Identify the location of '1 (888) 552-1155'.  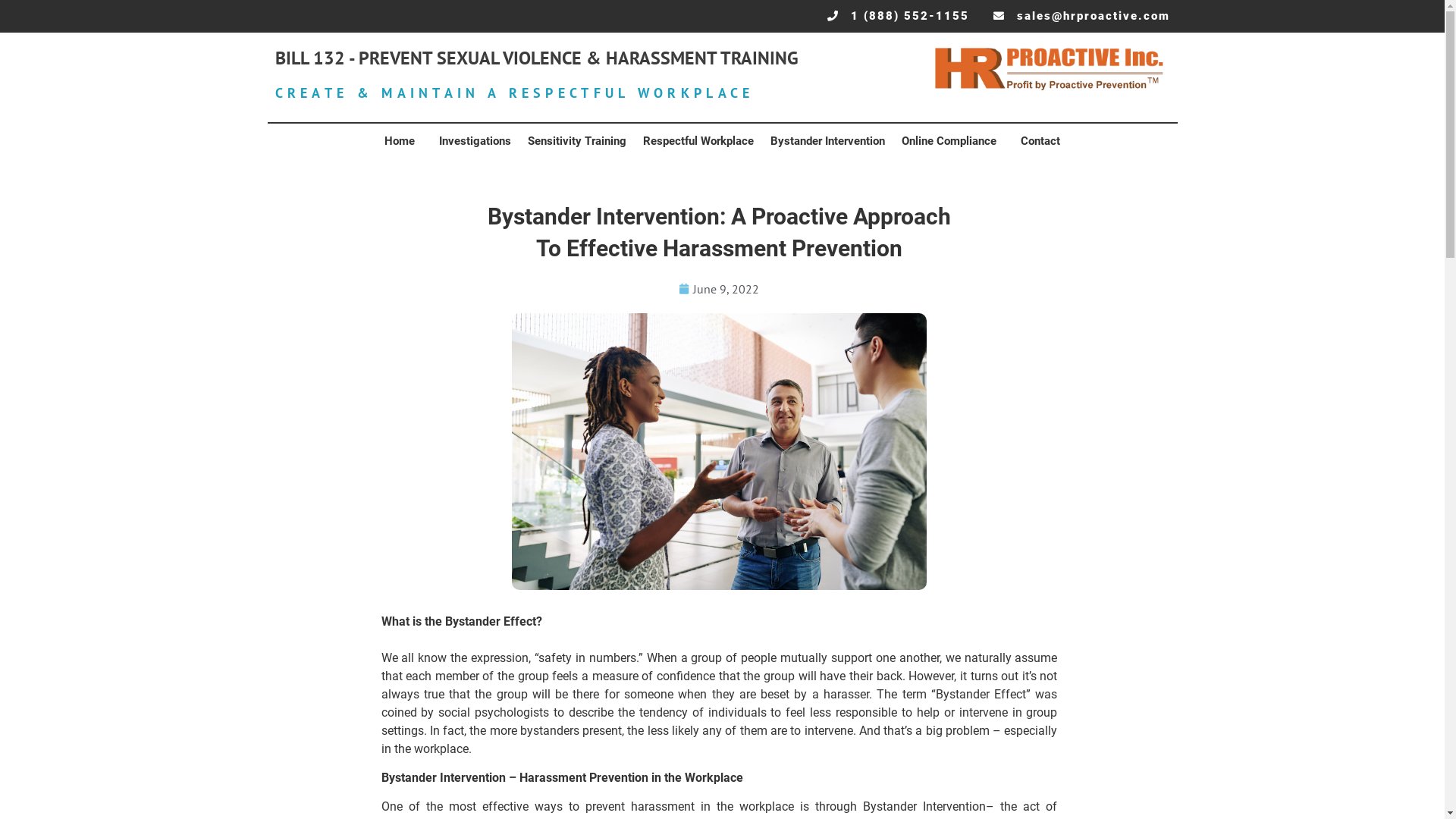
(898, 16).